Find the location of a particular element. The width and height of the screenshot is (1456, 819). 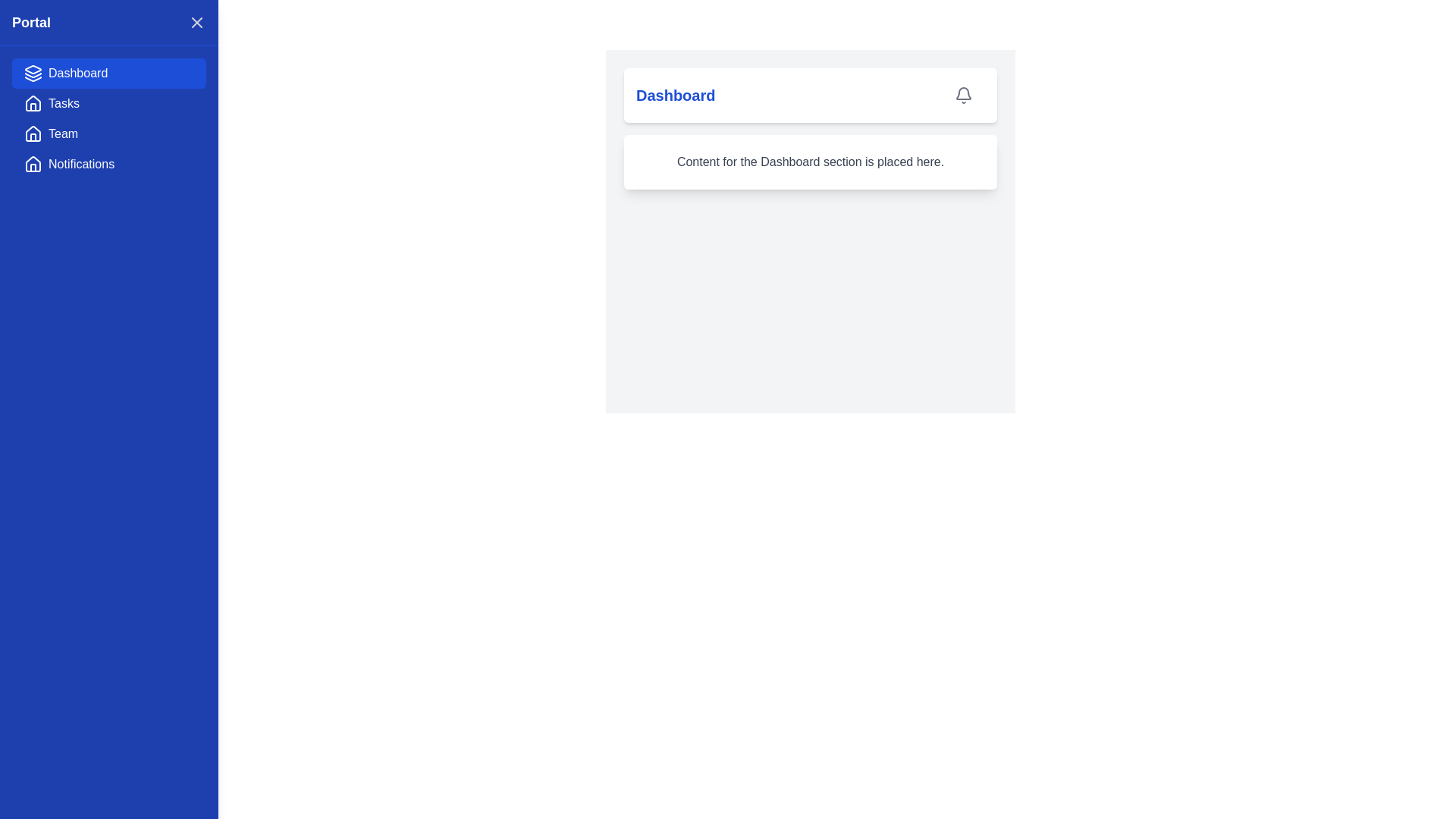

the close or dismiss icon (cross shape) located in the top-right corner of the sidebar, adjacent to the title 'Portal' is located at coordinates (196, 23).